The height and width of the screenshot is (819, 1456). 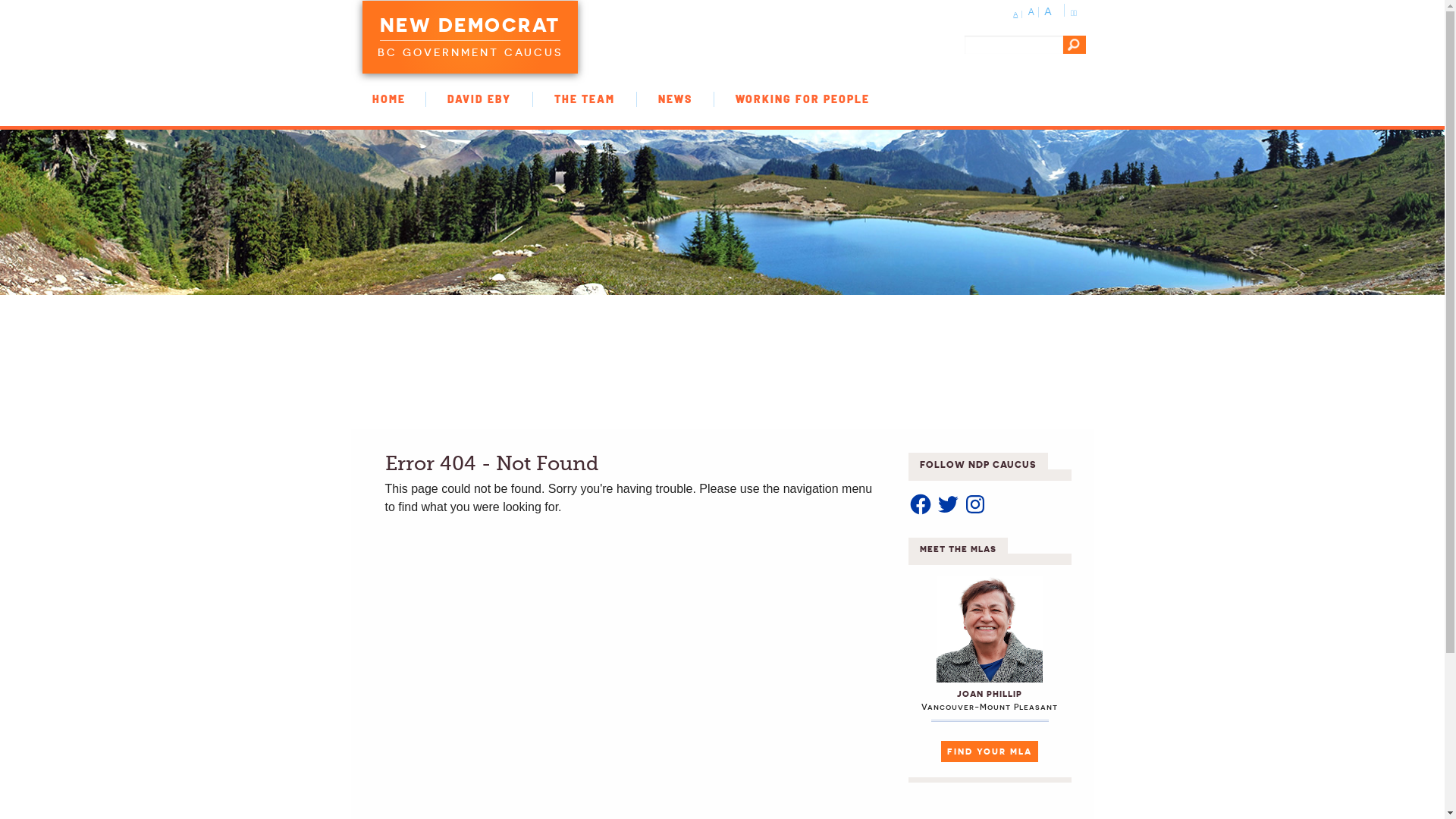 What do you see at coordinates (1048, 11) in the screenshot?
I see `'A'` at bounding box center [1048, 11].